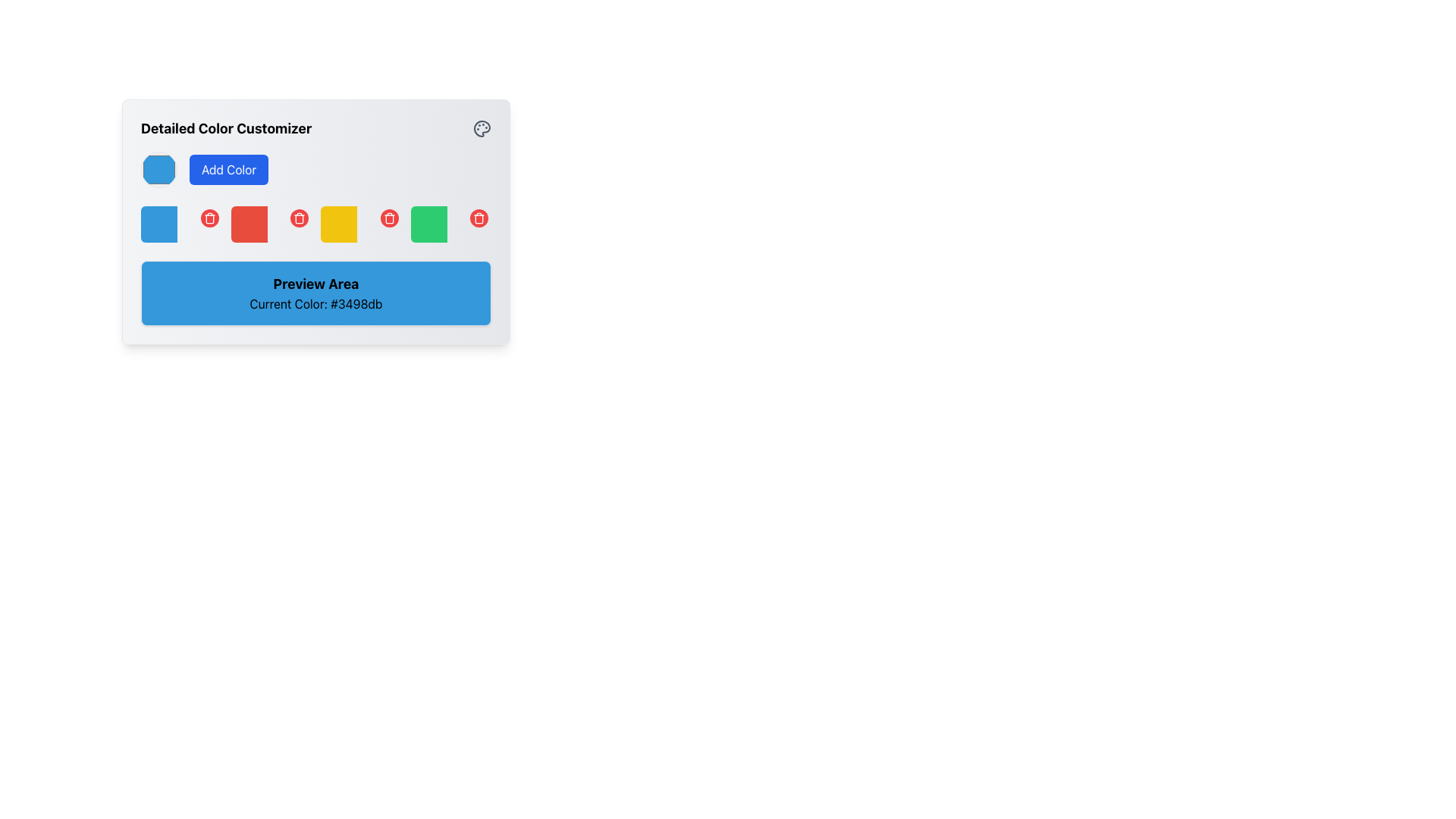 Image resolution: width=1456 pixels, height=819 pixels. Describe the element at coordinates (228, 169) in the screenshot. I see `the 'Add Color' button, which is a rectangular button with rounded corners, blue background, and white text, located to the right of a circular color indicator` at that location.